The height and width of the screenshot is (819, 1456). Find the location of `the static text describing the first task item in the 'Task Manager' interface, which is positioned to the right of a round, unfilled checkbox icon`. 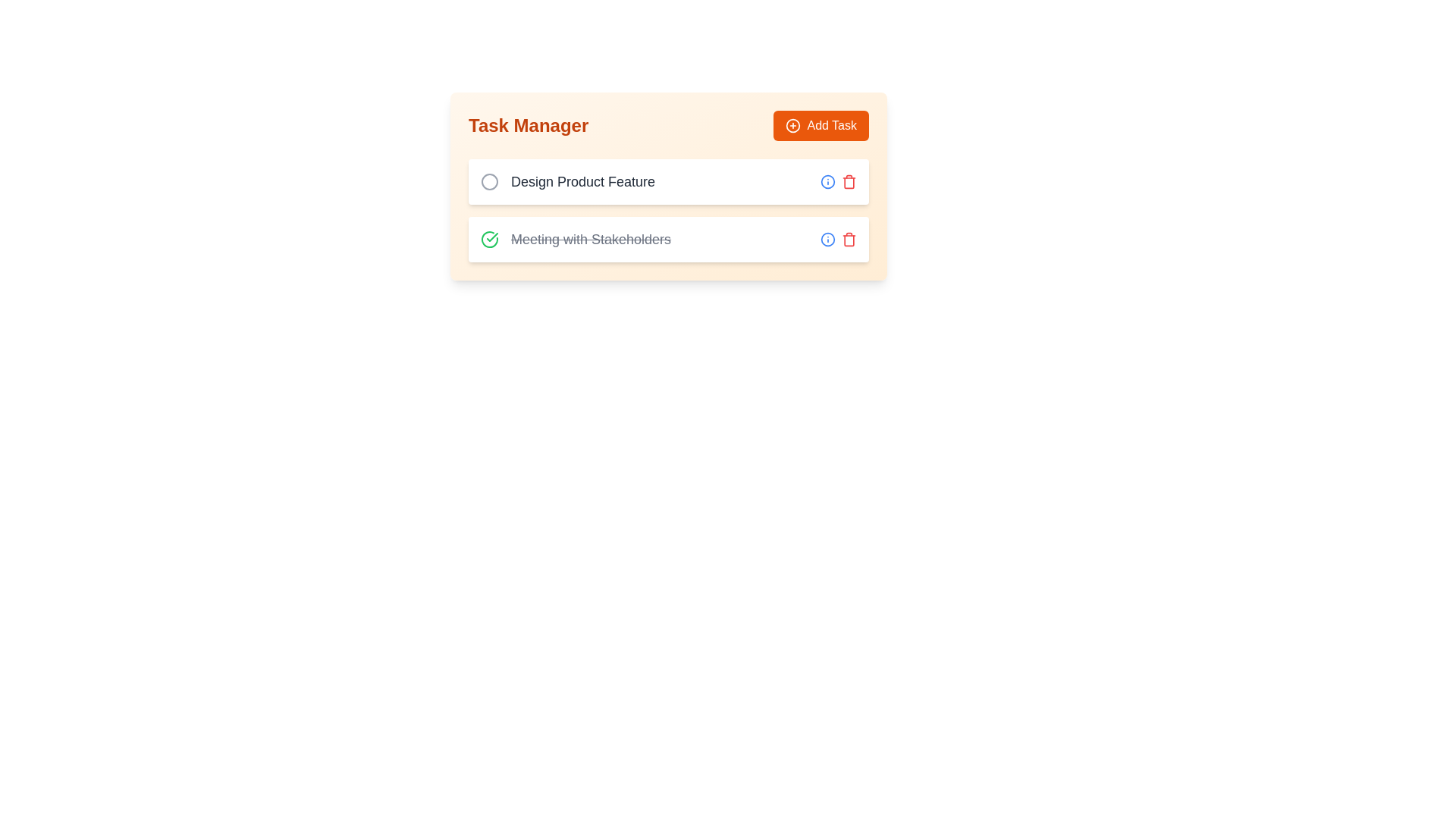

the static text describing the first task item in the 'Task Manager' interface, which is positioned to the right of a round, unfilled checkbox icon is located at coordinates (582, 180).